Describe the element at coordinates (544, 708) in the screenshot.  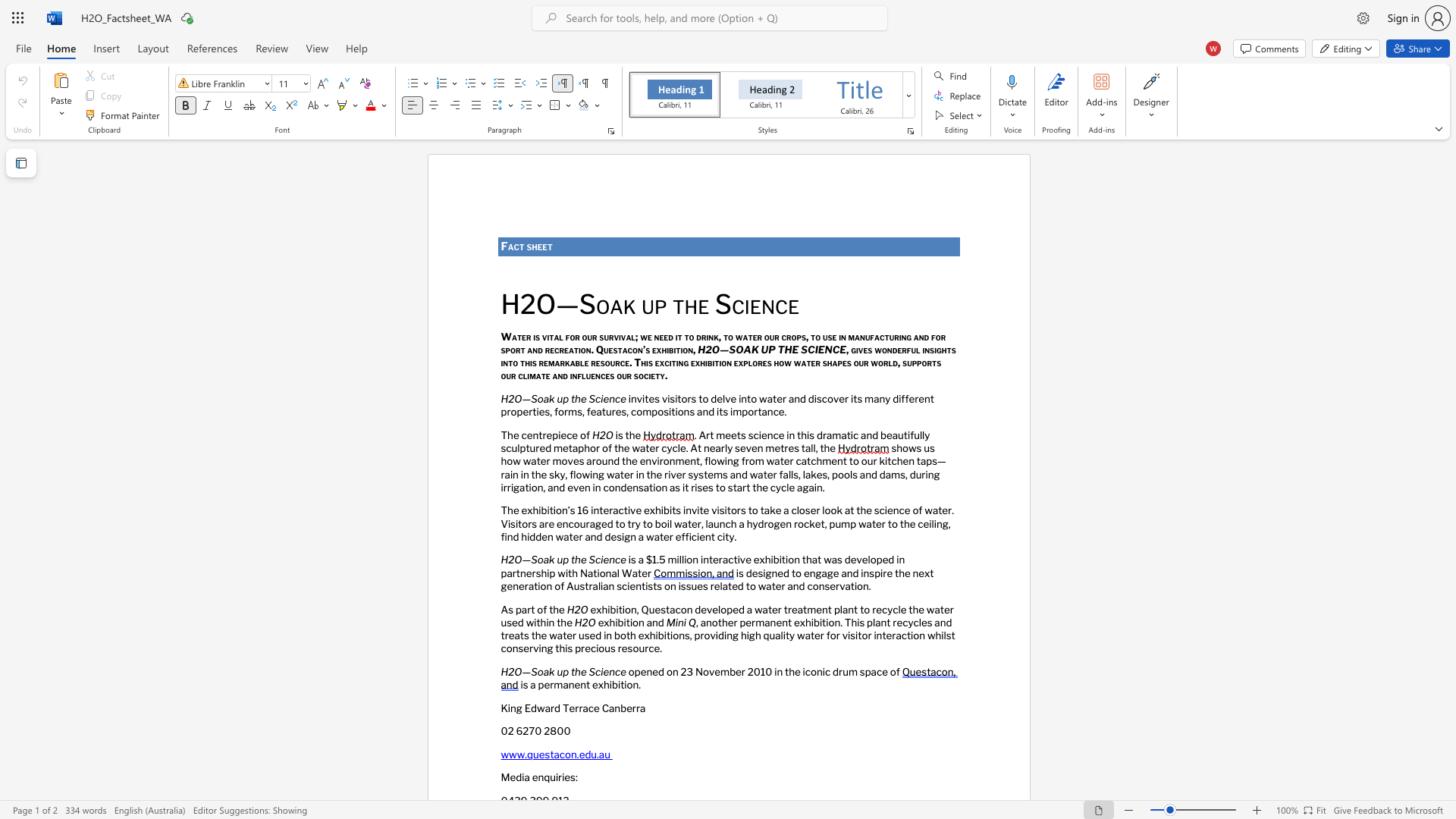
I see `the subset text "ar" within the text "King Edward Terrace Canberra"` at that location.